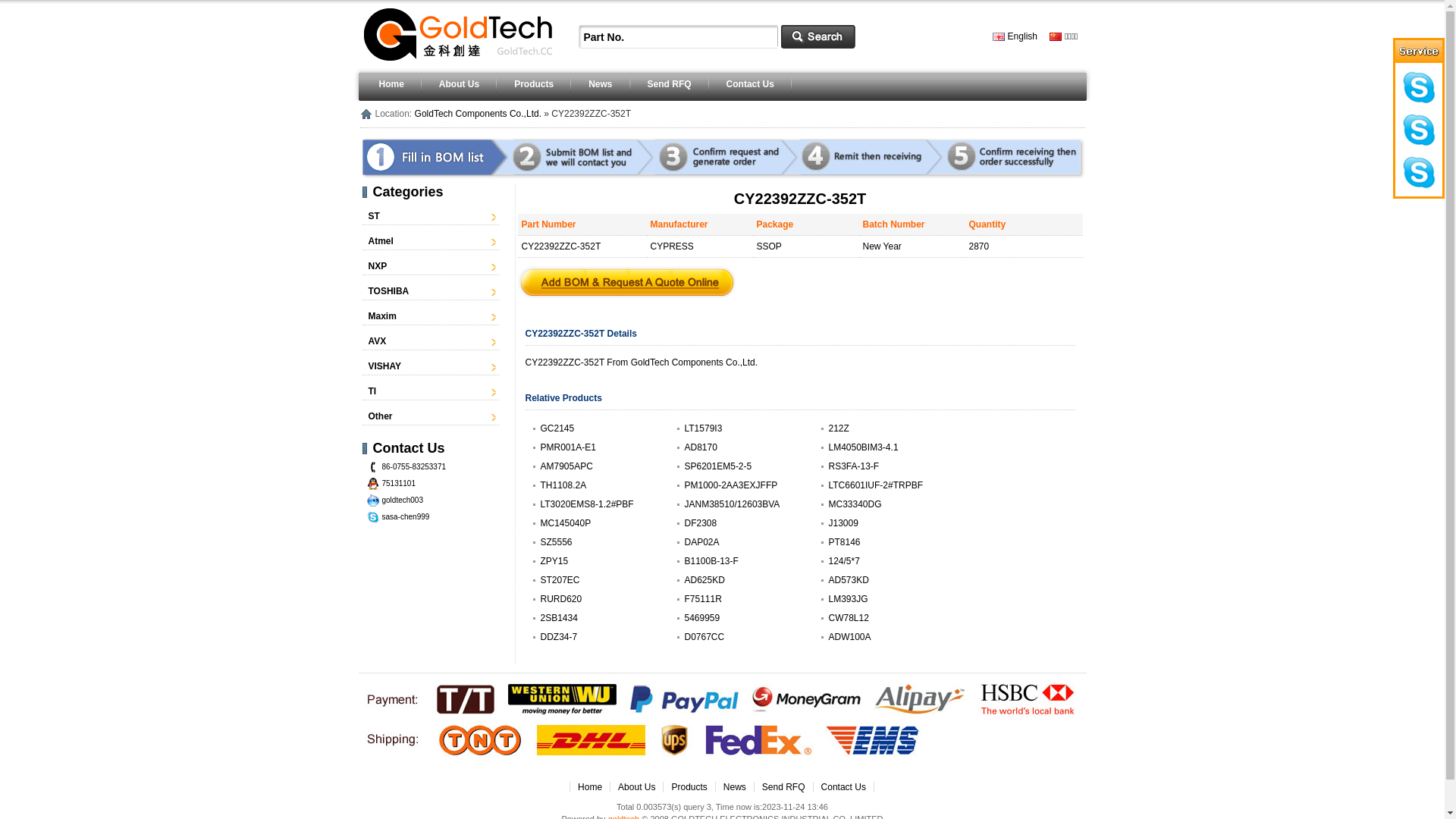 The width and height of the screenshot is (1456, 819). I want to click on 'AM7905APC', so click(565, 465).